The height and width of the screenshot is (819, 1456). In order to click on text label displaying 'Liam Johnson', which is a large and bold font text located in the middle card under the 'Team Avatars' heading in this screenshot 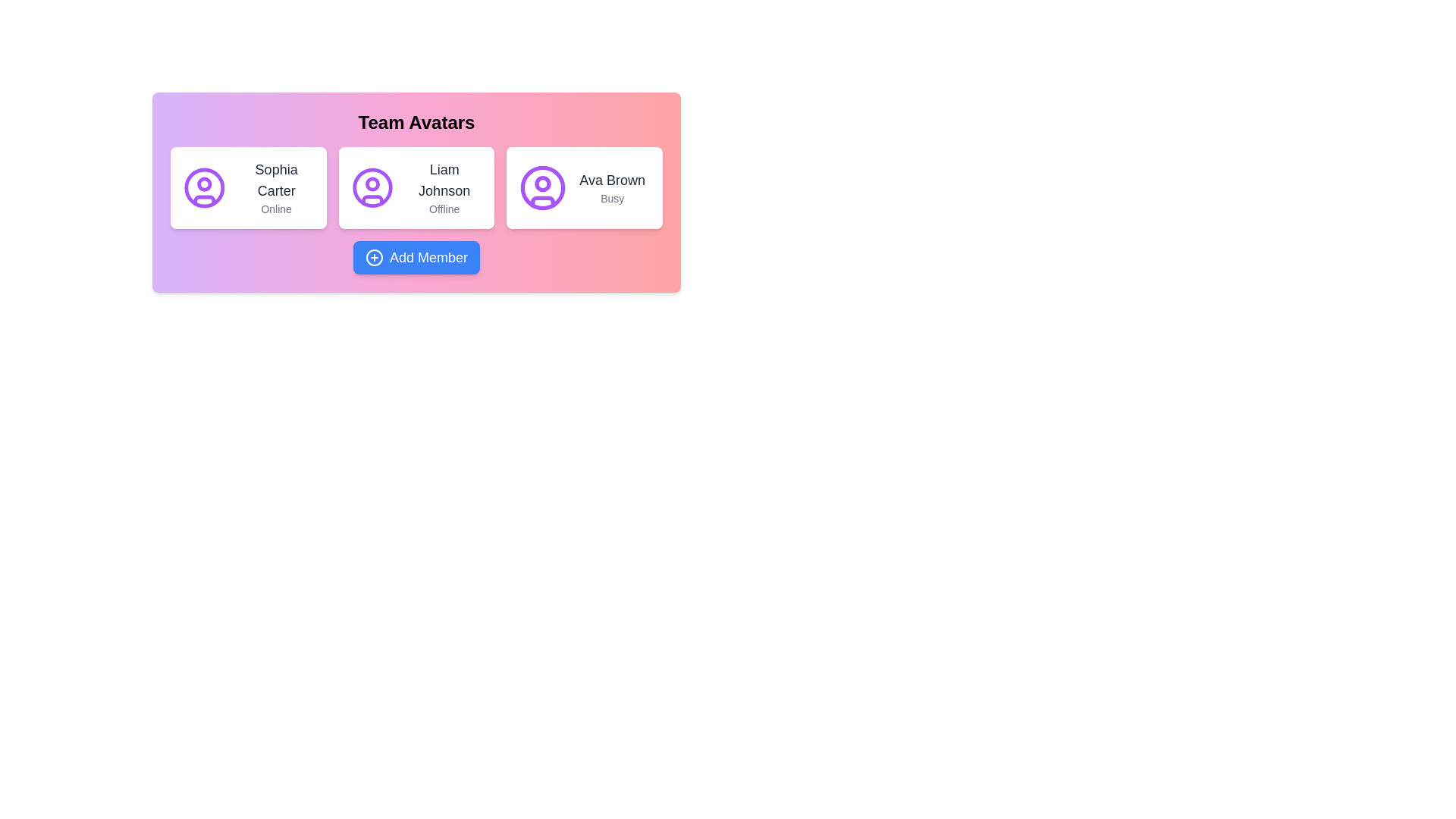, I will do `click(444, 180)`.